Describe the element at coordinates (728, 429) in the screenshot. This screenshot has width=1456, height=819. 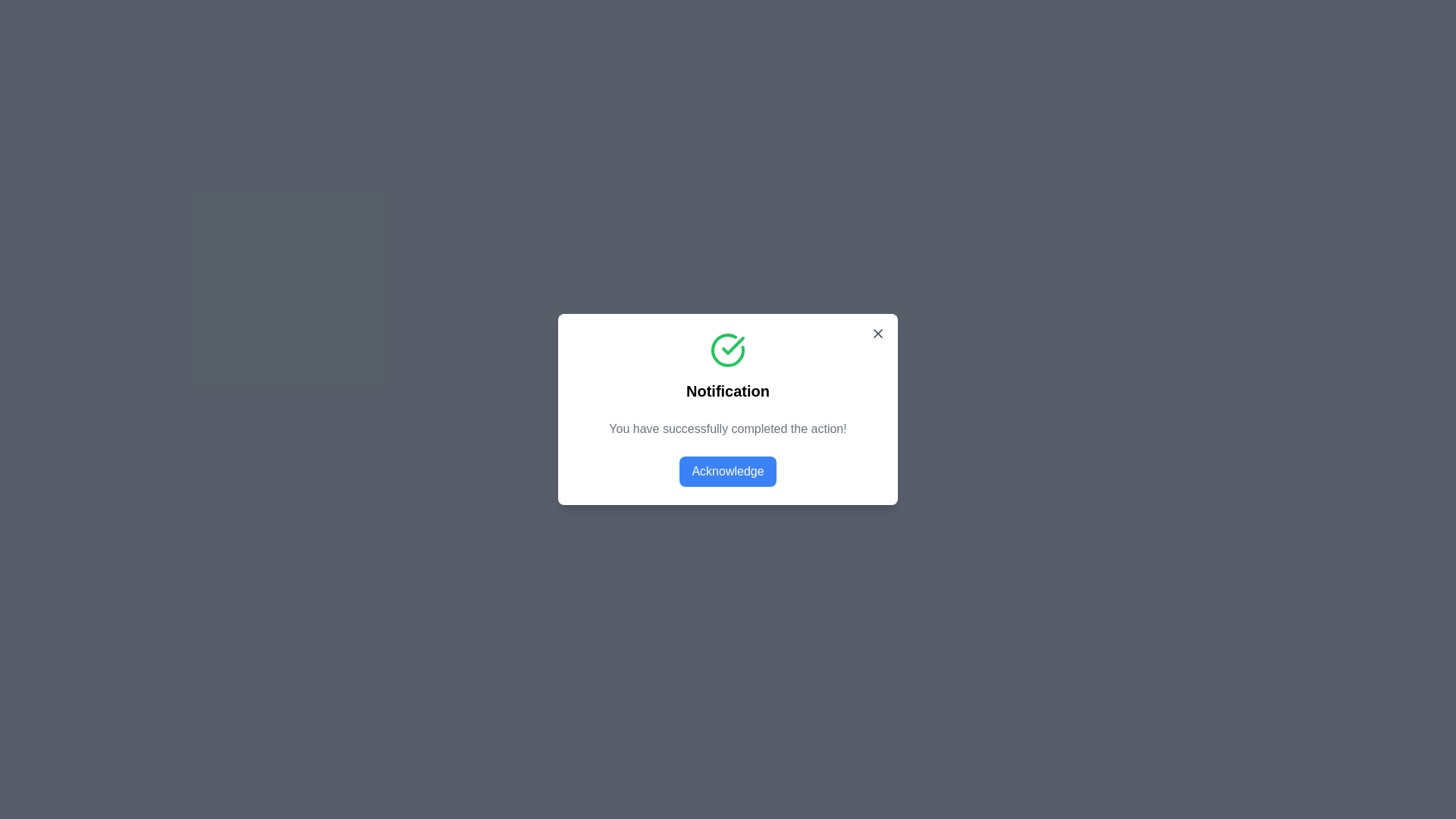
I see `the informational Text label that indicates the successful completion of an action, positioned centrally below the 'Notification' title and above the blue 'Acknowledge' button` at that location.